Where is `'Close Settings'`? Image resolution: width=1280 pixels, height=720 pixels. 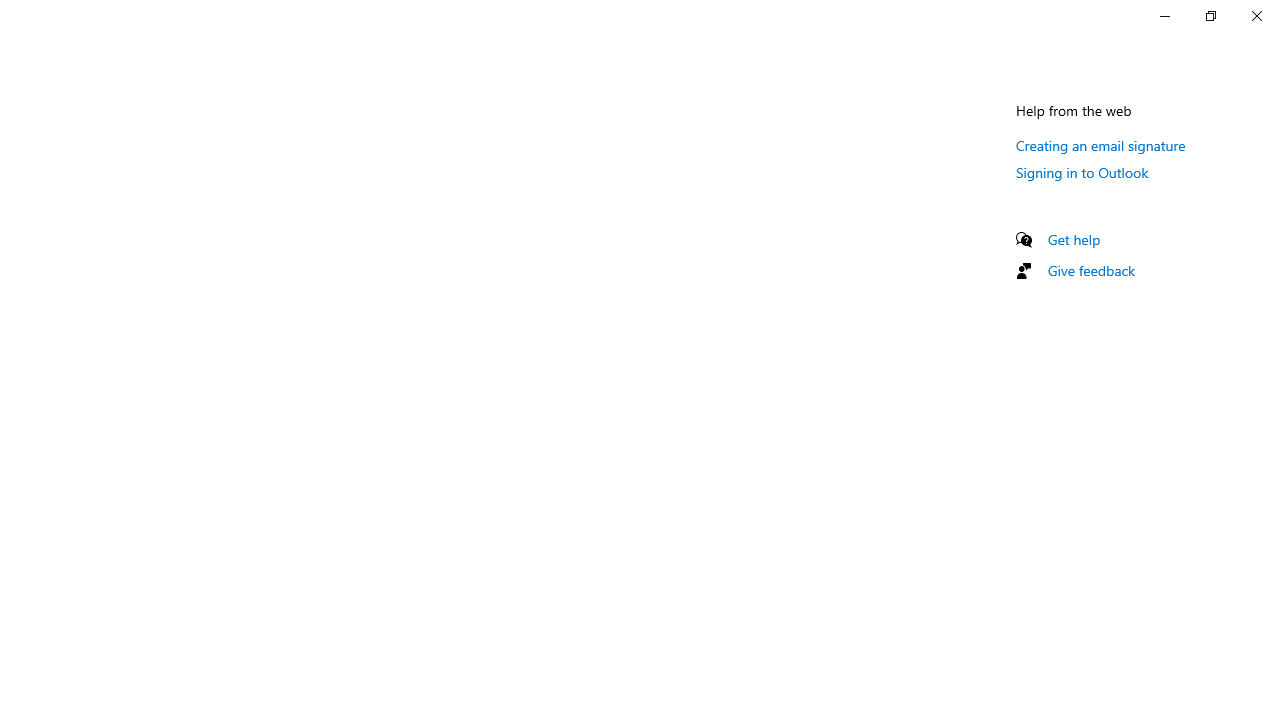
'Close Settings' is located at coordinates (1255, 15).